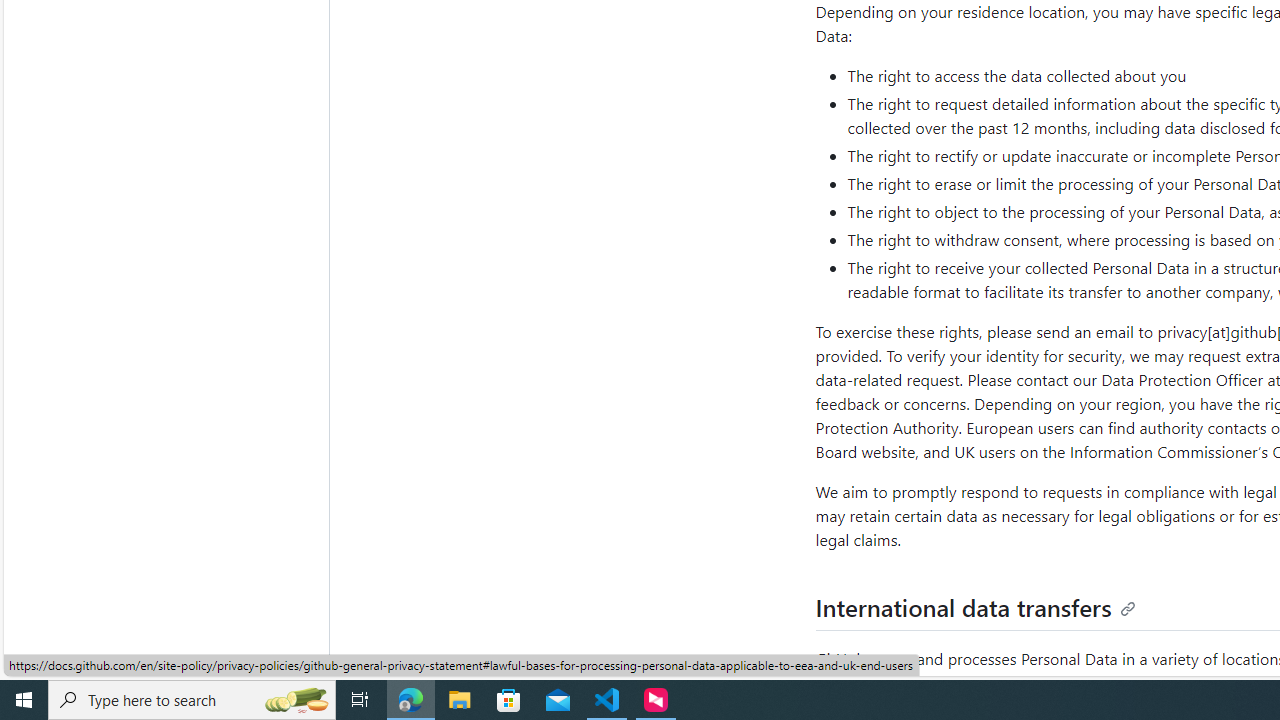 This screenshot has height=720, width=1280. I want to click on 'International data transfers', so click(976, 606).